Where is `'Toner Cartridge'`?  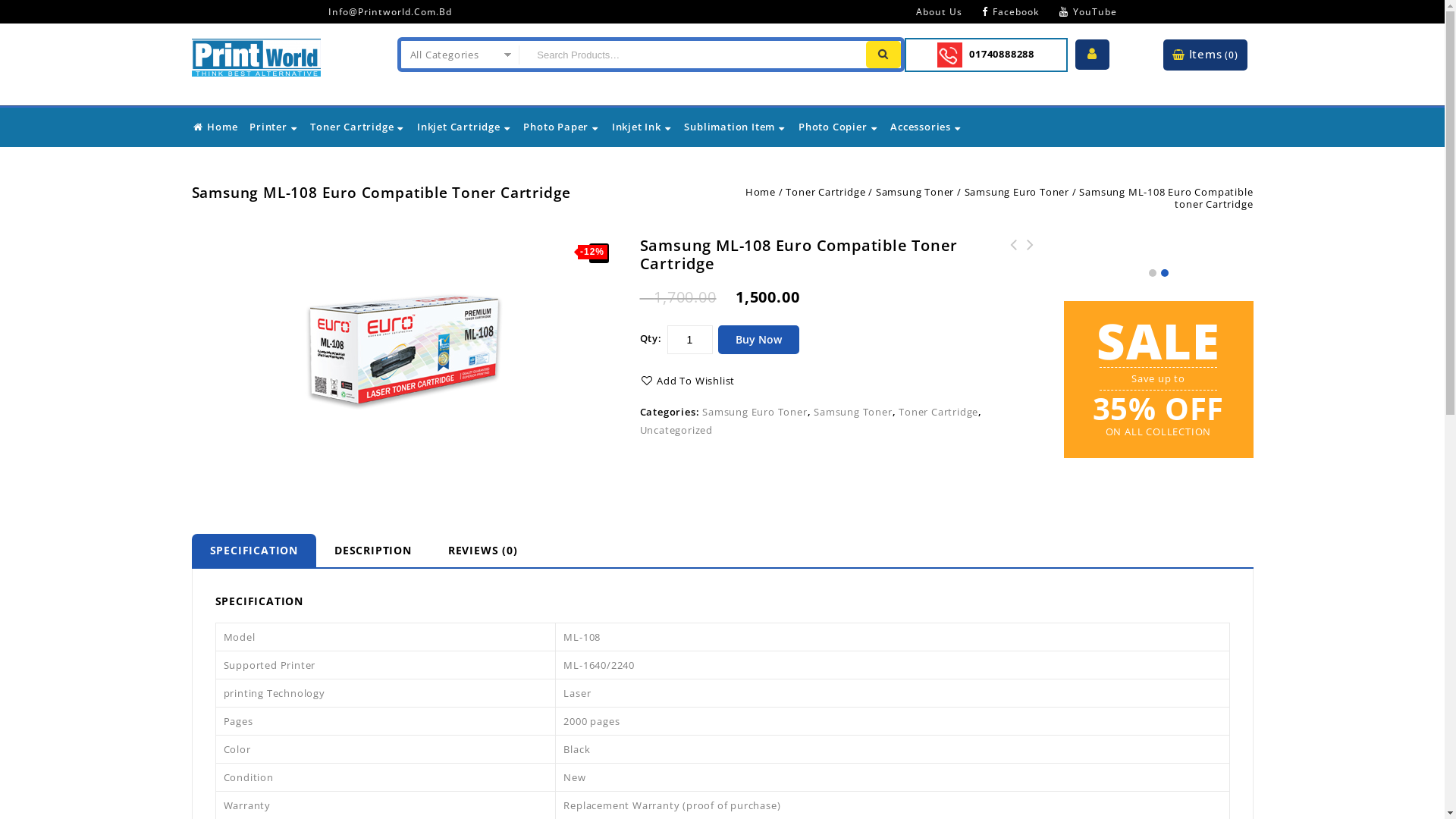
'Toner Cartridge' is located at coordinates (356, 125).